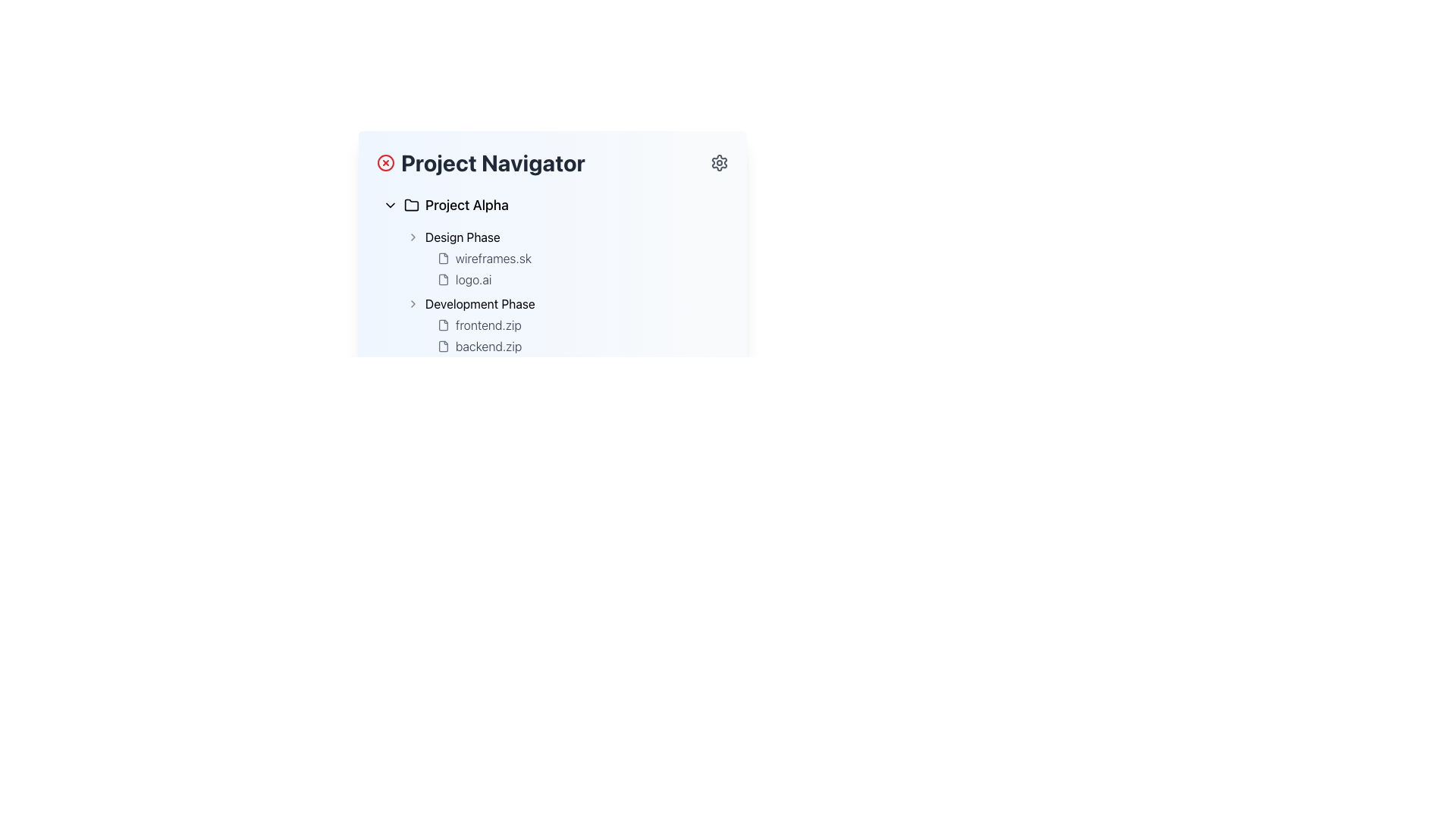 This screenshot has width=1456, height=819. I want to click on the gear icon located at the upper-right corner of the 'Project Navigator' interface, so click(719, 163).